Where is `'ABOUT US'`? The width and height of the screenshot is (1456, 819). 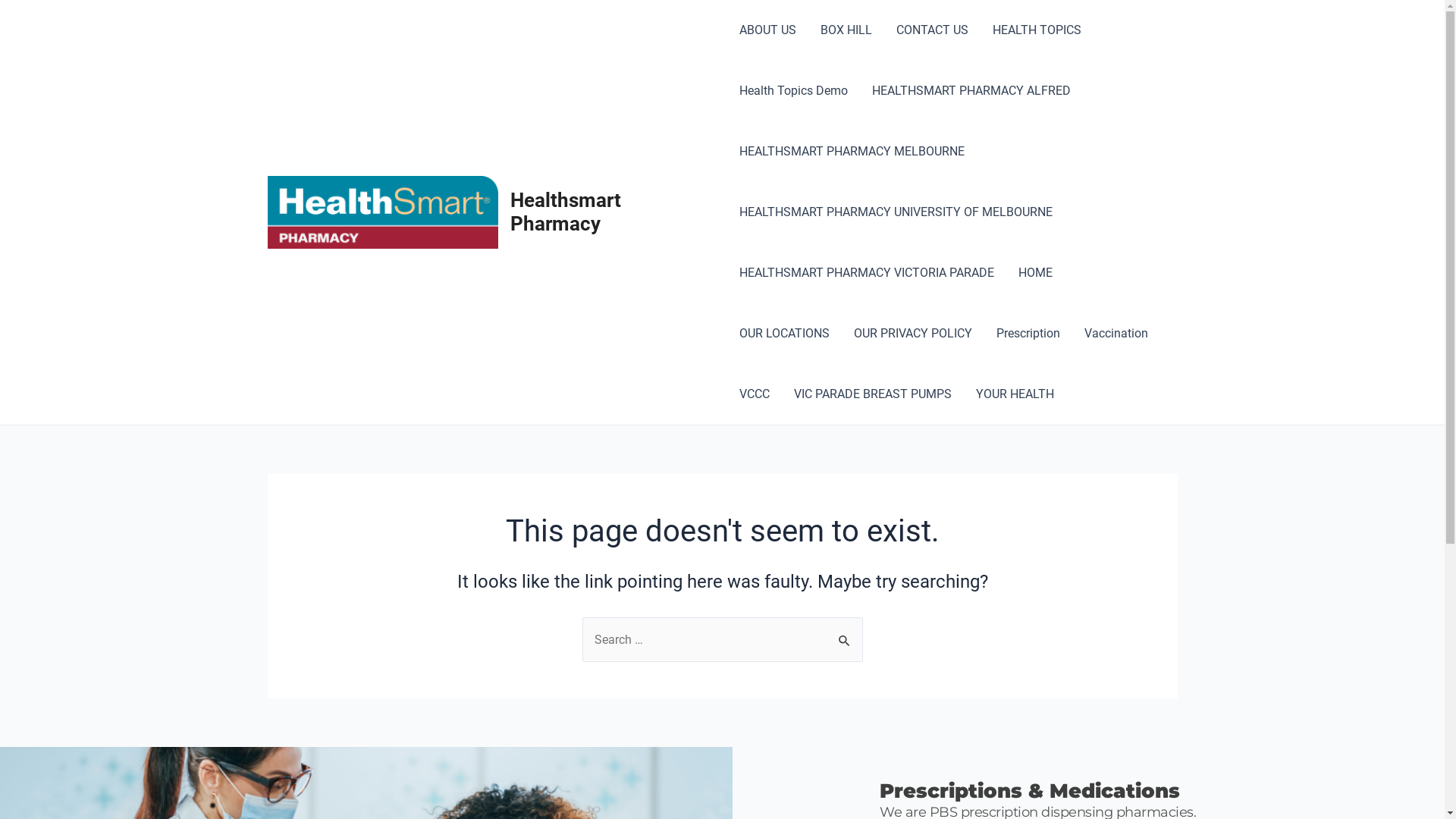
'ABOUT US' is located at coordinates (767, 30).